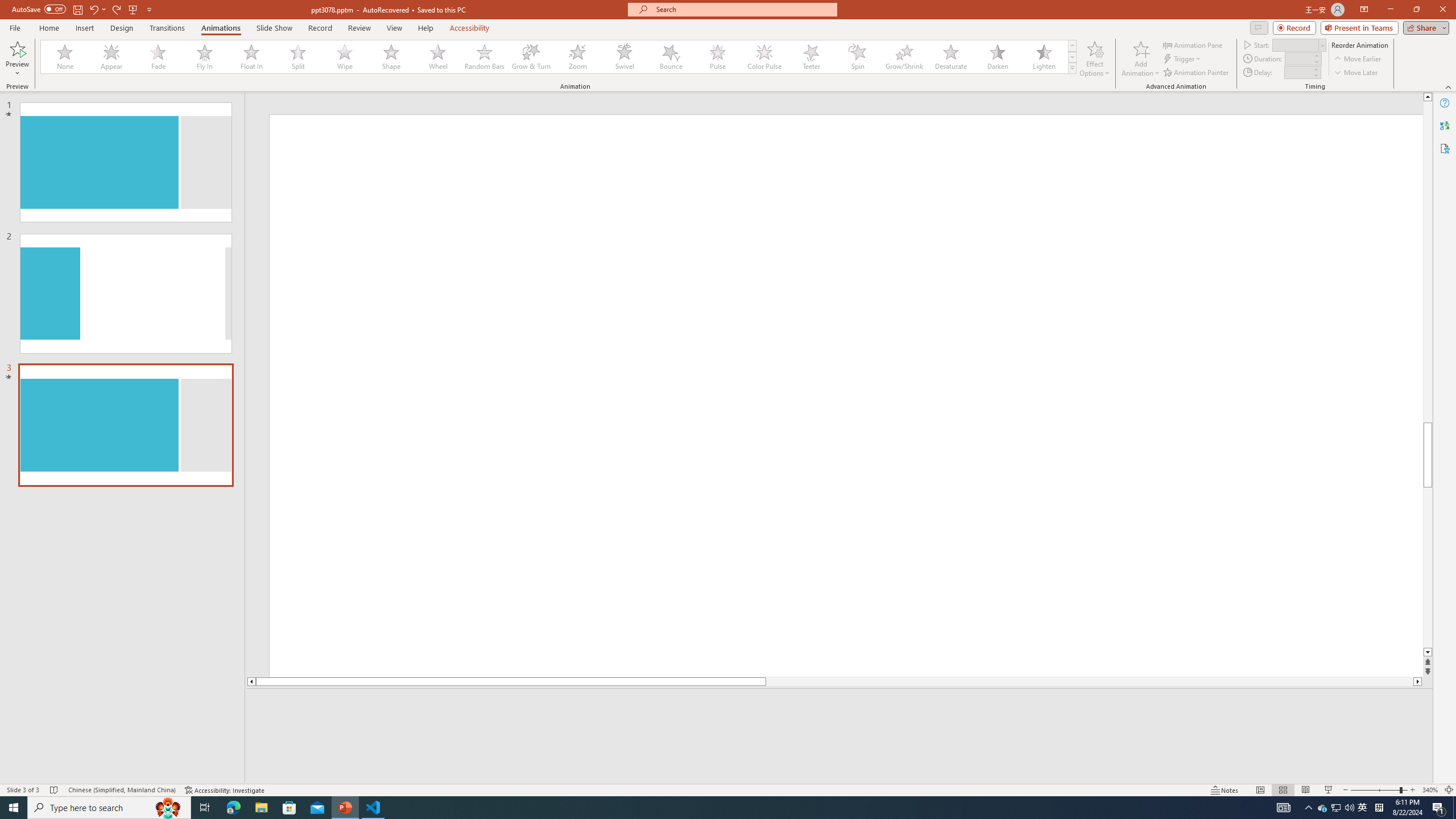 The image size is (1456, 819). What do you see at coordinates (904, 56) in the screenshot?
I see `'Grow/Shrink'` at bounding box center [904, 56].